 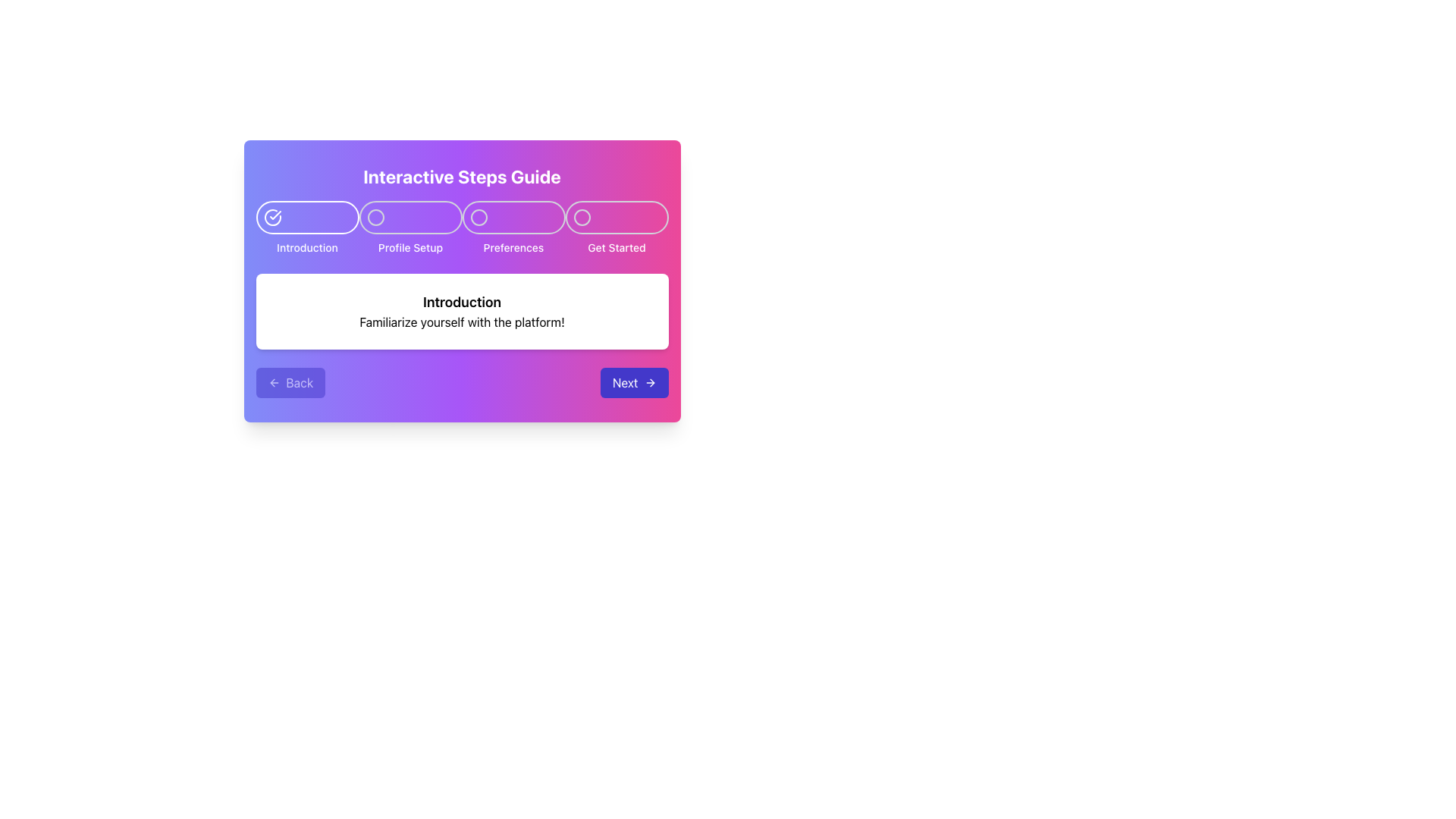 What do you see at coordinates (581, 217) in the screenshot?
I see `the fourth circular Progress Step Indicator labeled 'Get Started'` at bounding box center [581, 217].